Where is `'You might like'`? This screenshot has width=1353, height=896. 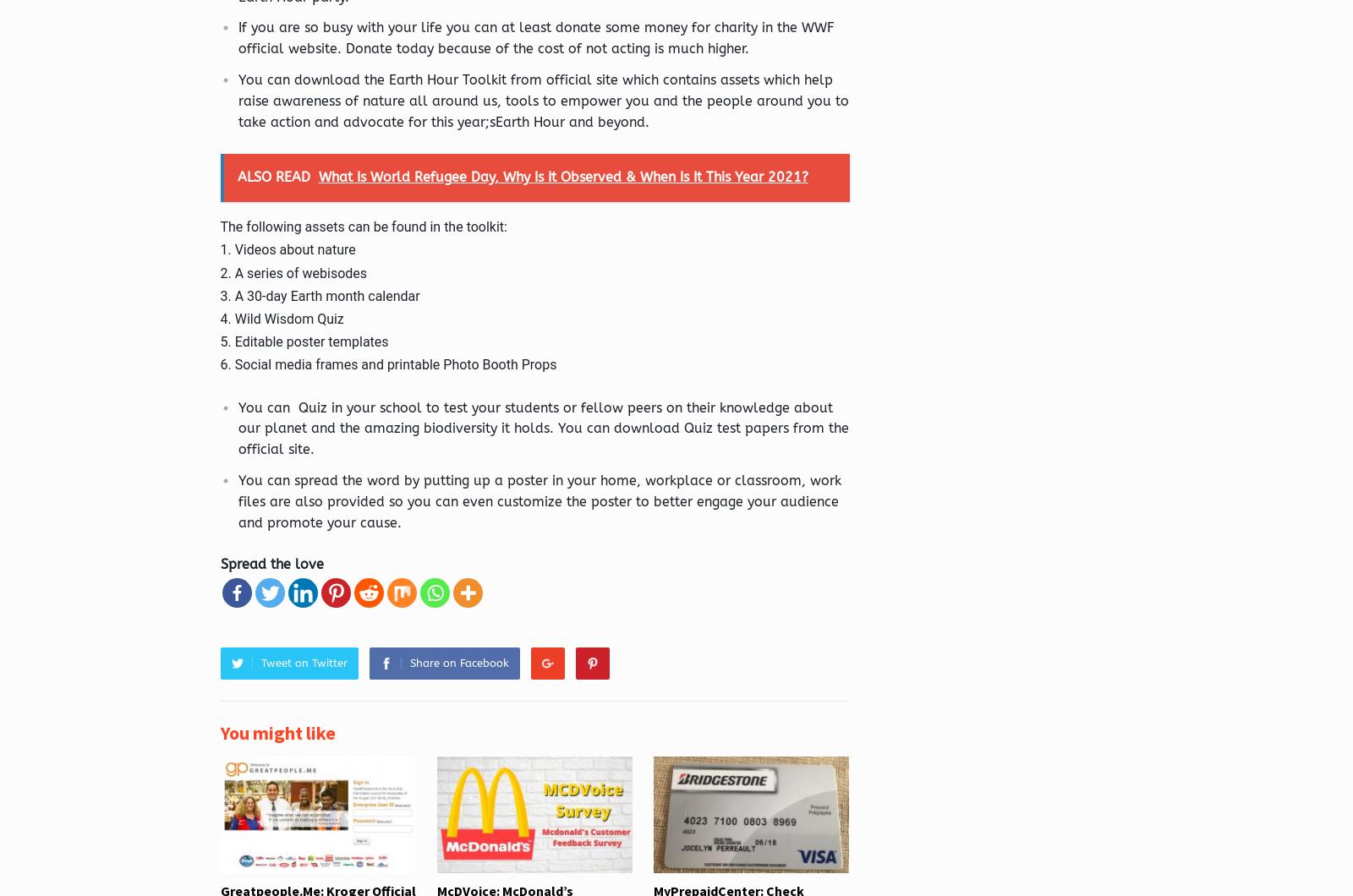
'You might like' is located at coordinates (277, 732).